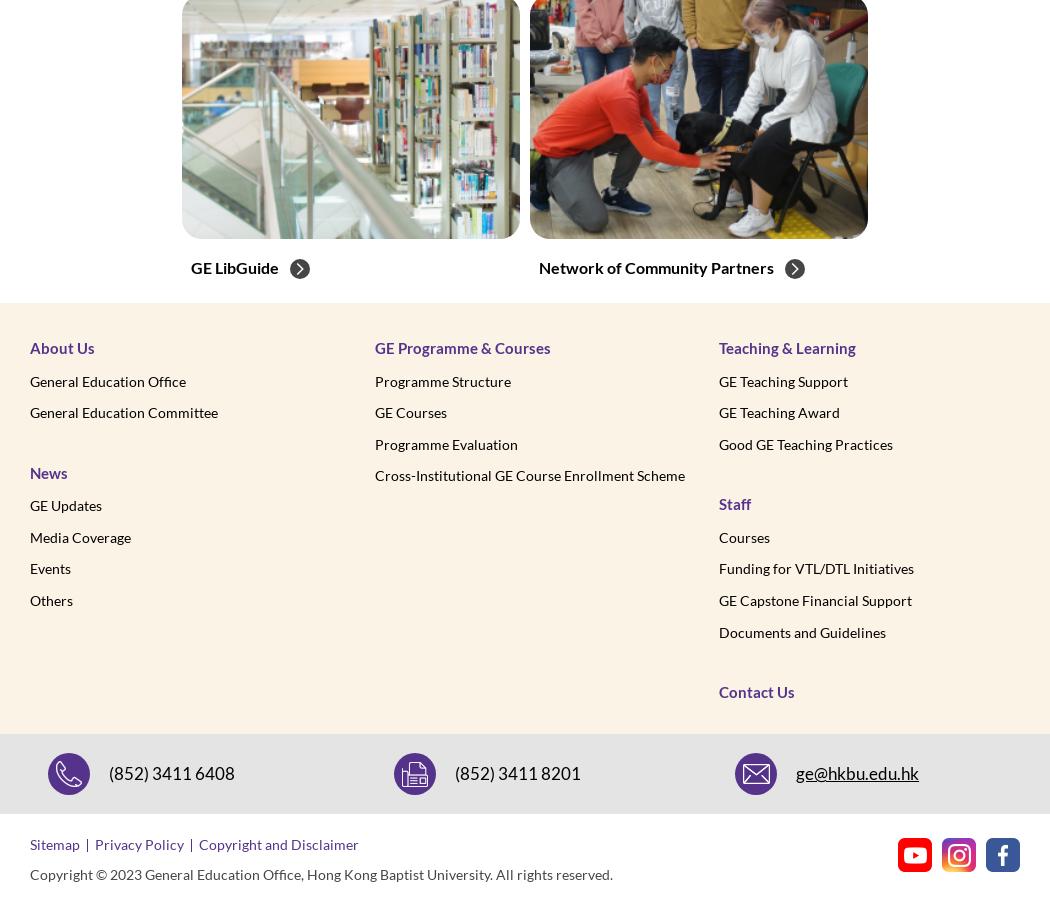 This screenshot has height=909, width=1050. What do you see at coordinates (277, 843) in the screenshot?
I see `'Copyright and Disclaimer'` at bounding box center [277, 843].